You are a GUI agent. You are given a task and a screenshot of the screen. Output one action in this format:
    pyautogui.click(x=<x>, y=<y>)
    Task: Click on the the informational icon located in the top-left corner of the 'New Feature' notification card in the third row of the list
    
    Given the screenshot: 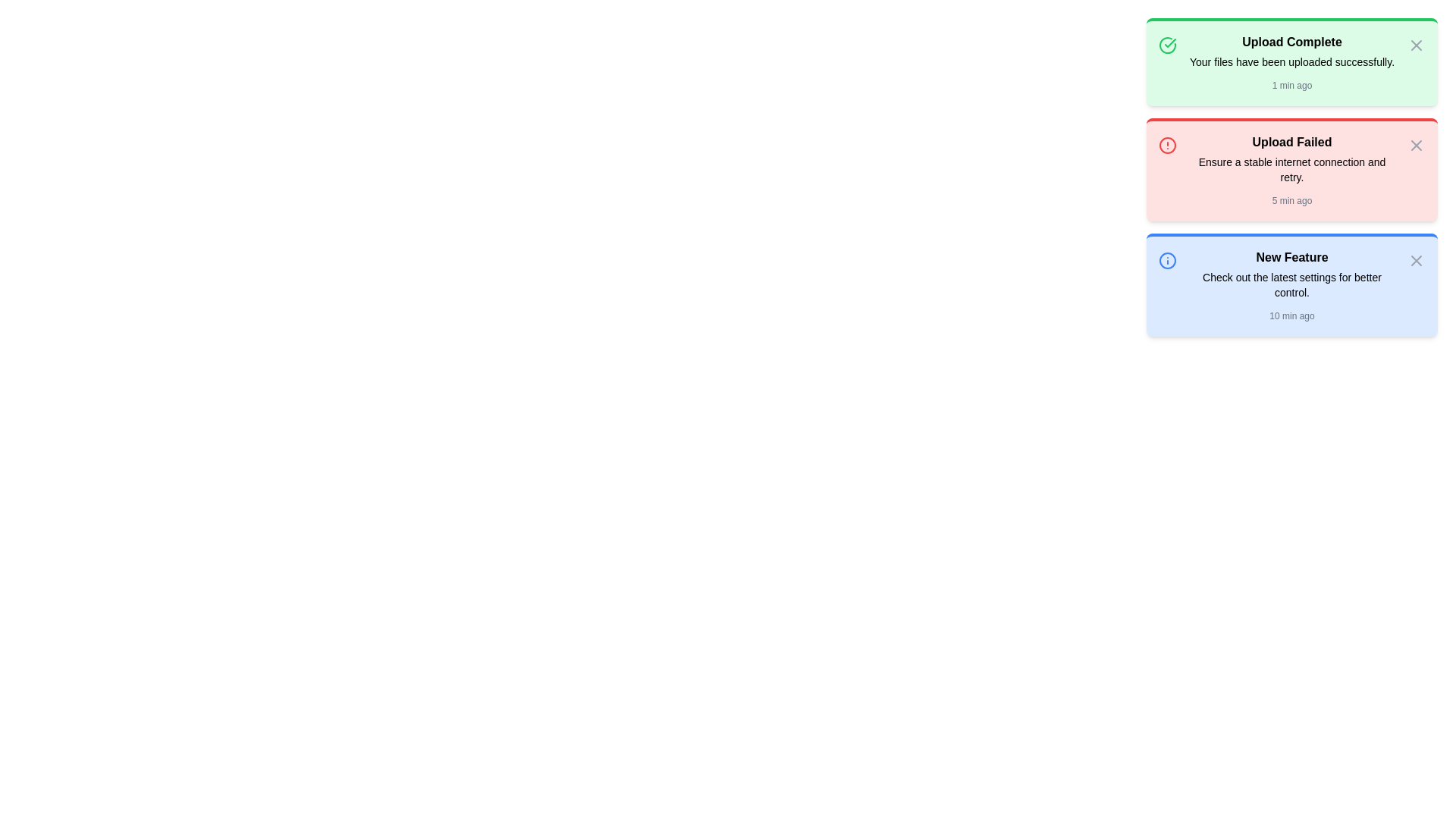 What is the action you would take?
    pyautogui.click(x=1167, y=259)
    